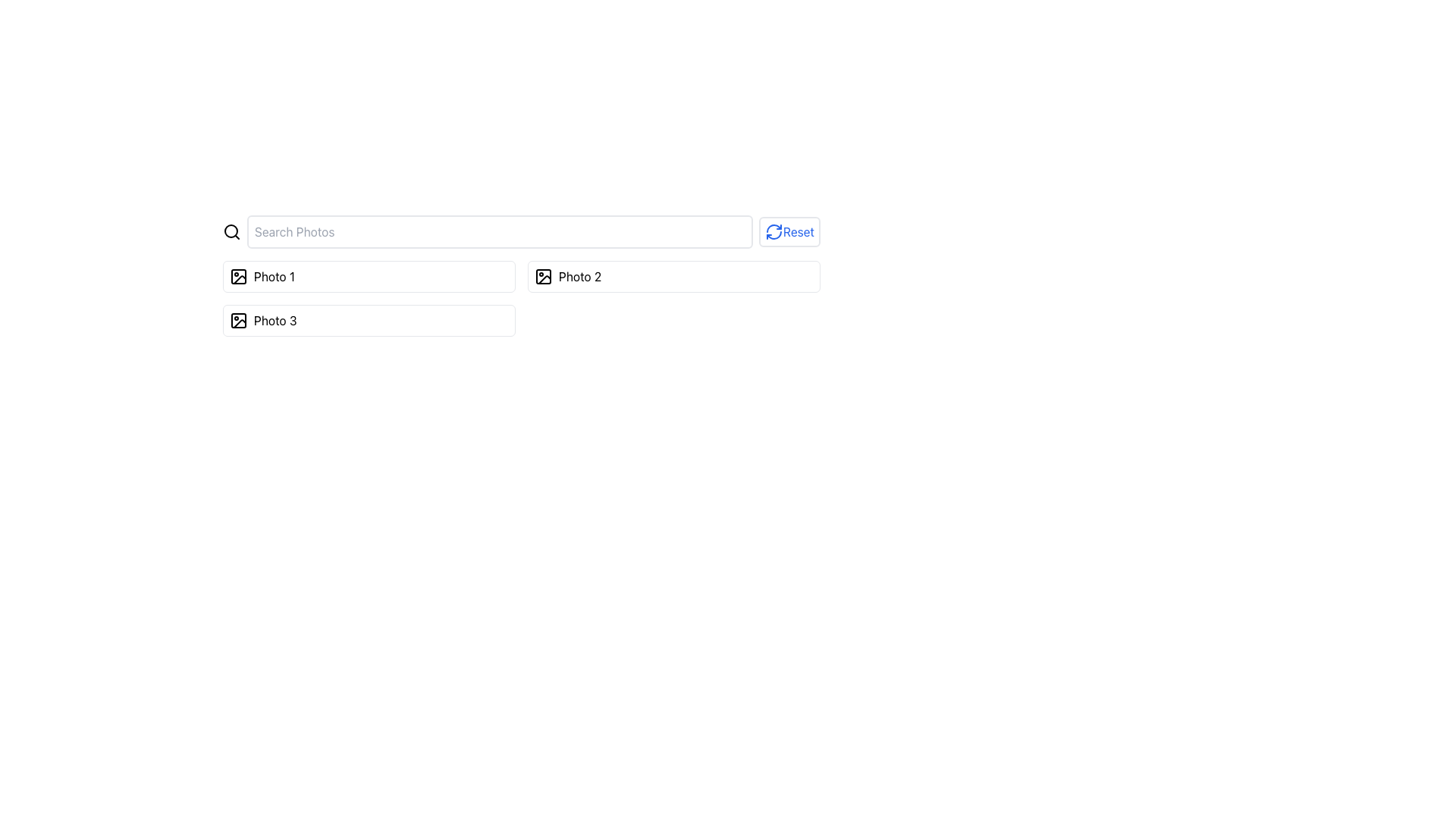  Describe the element at coordinates (369, 320) in the screenshot. I see `the 'Photo 3' button, which is the third card in a vertically-stacked grid of three cards labeled 'Photo 1', 'Photo 2', and 'Photo 3'` at that location.